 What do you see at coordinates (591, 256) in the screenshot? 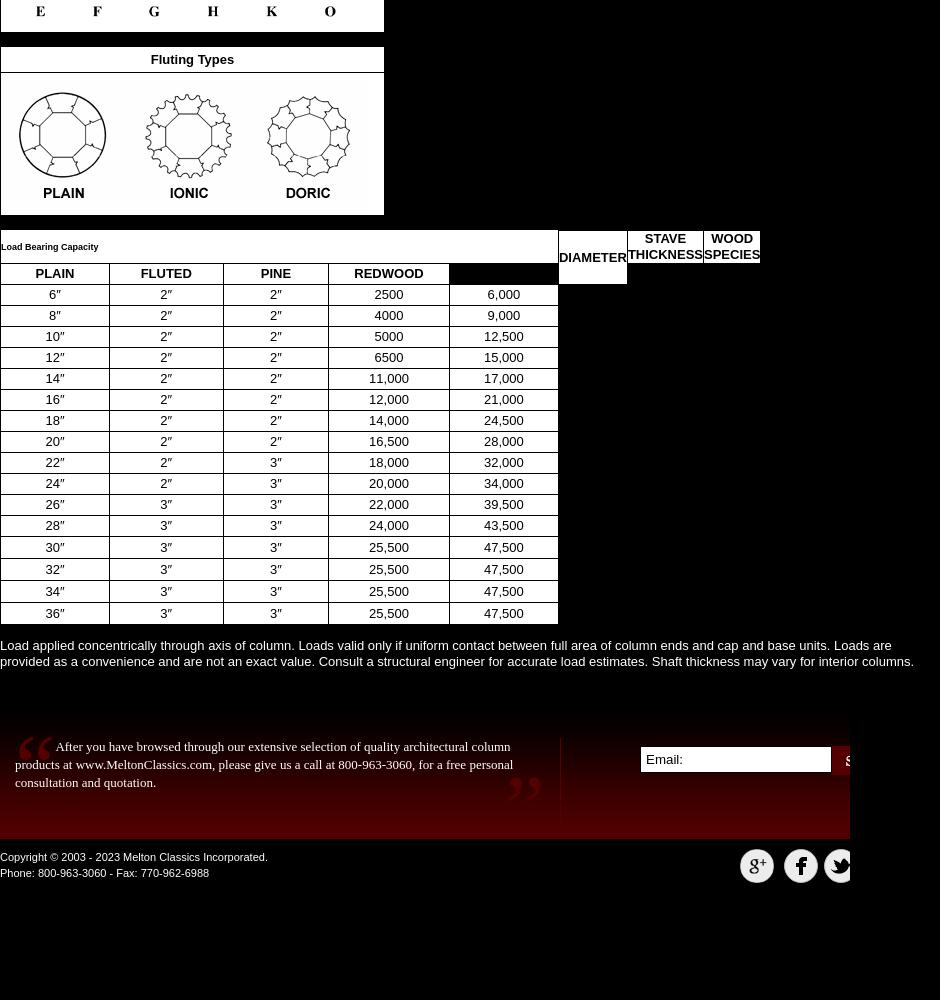
I see `'DIAMETER'` at bounding box center [591, 256].